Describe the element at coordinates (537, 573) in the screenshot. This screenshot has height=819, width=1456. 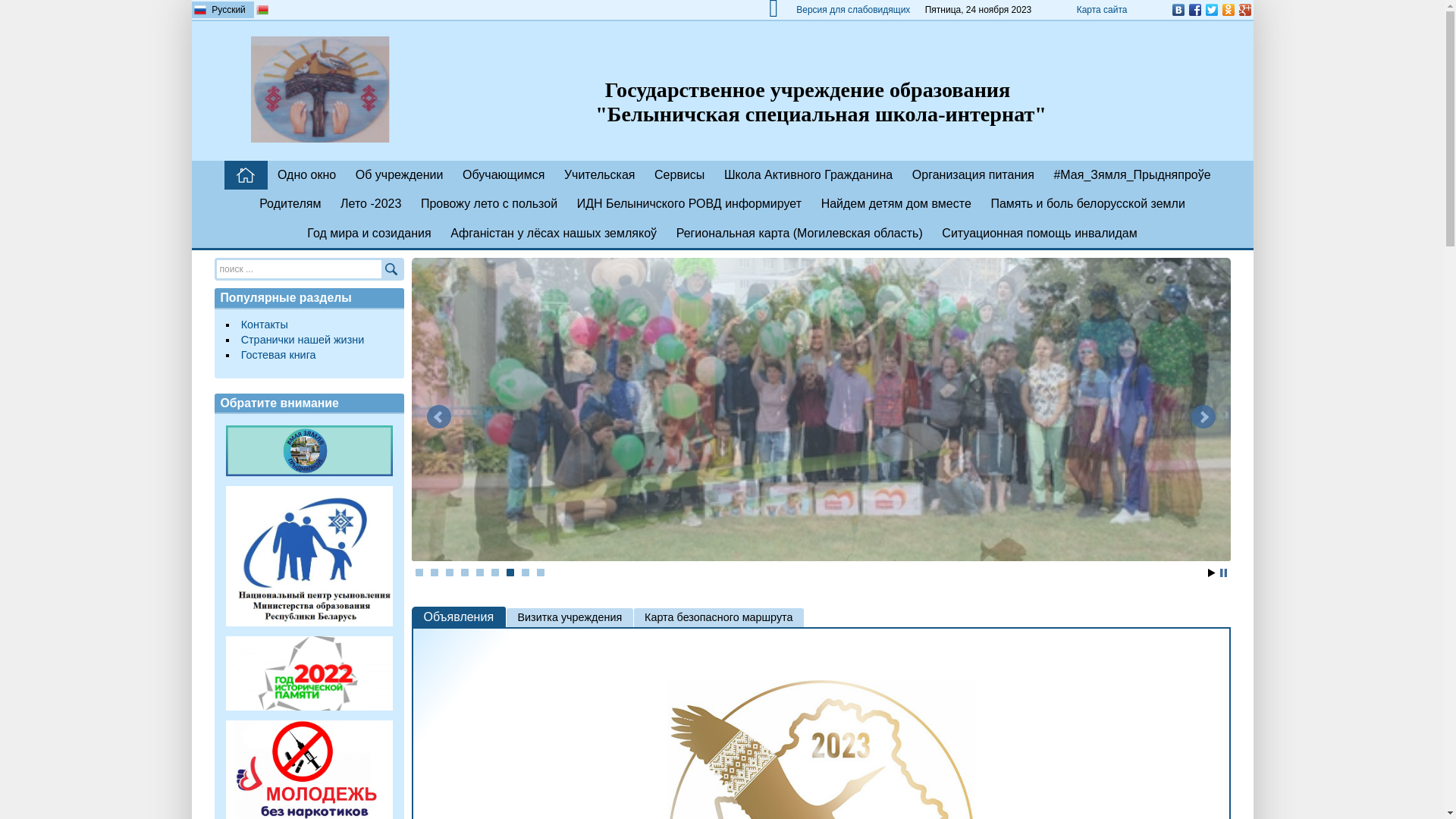
I see `'9'` at that location.